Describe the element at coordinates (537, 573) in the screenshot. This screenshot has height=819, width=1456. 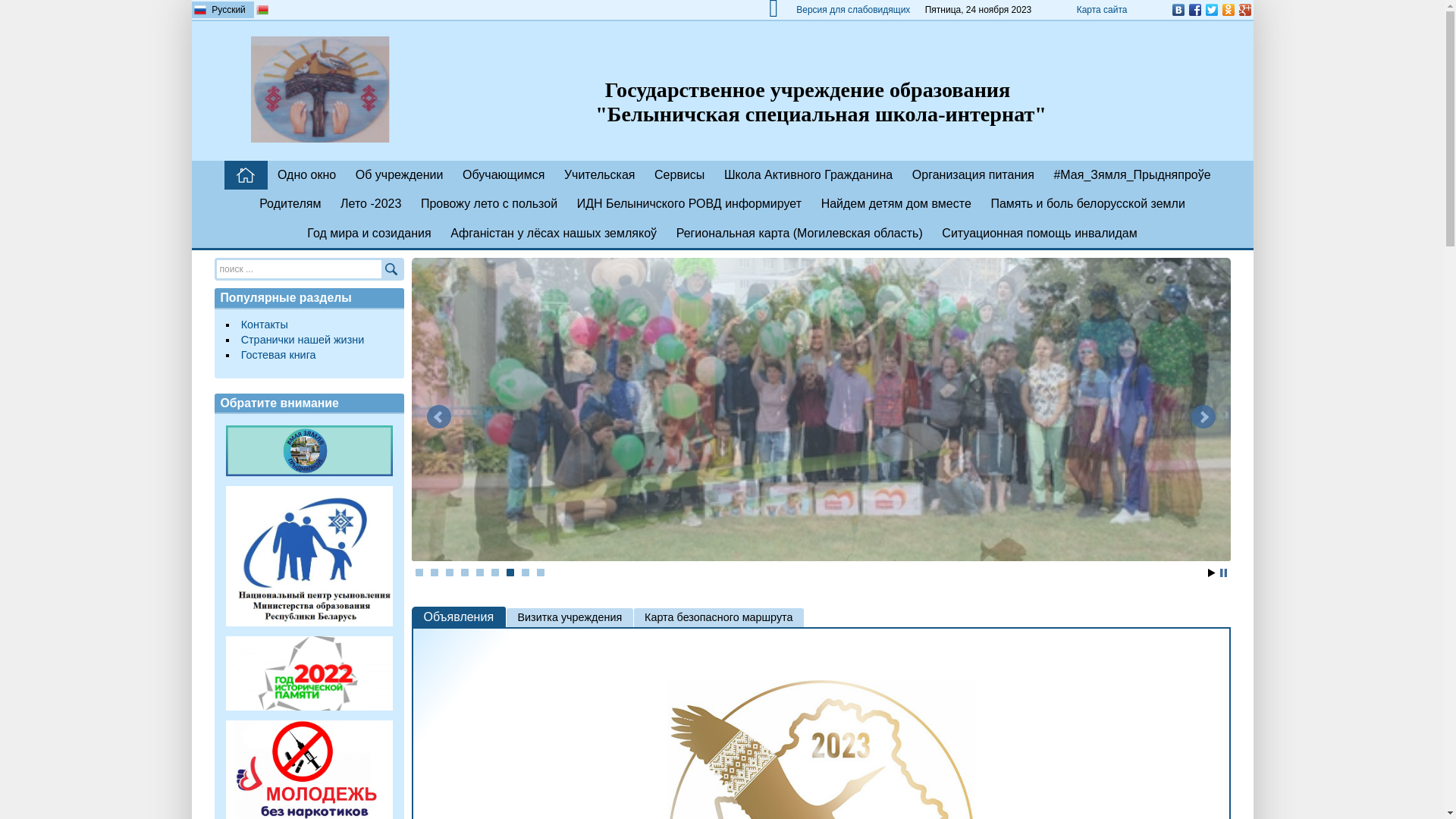
I see `'9'` at that location.